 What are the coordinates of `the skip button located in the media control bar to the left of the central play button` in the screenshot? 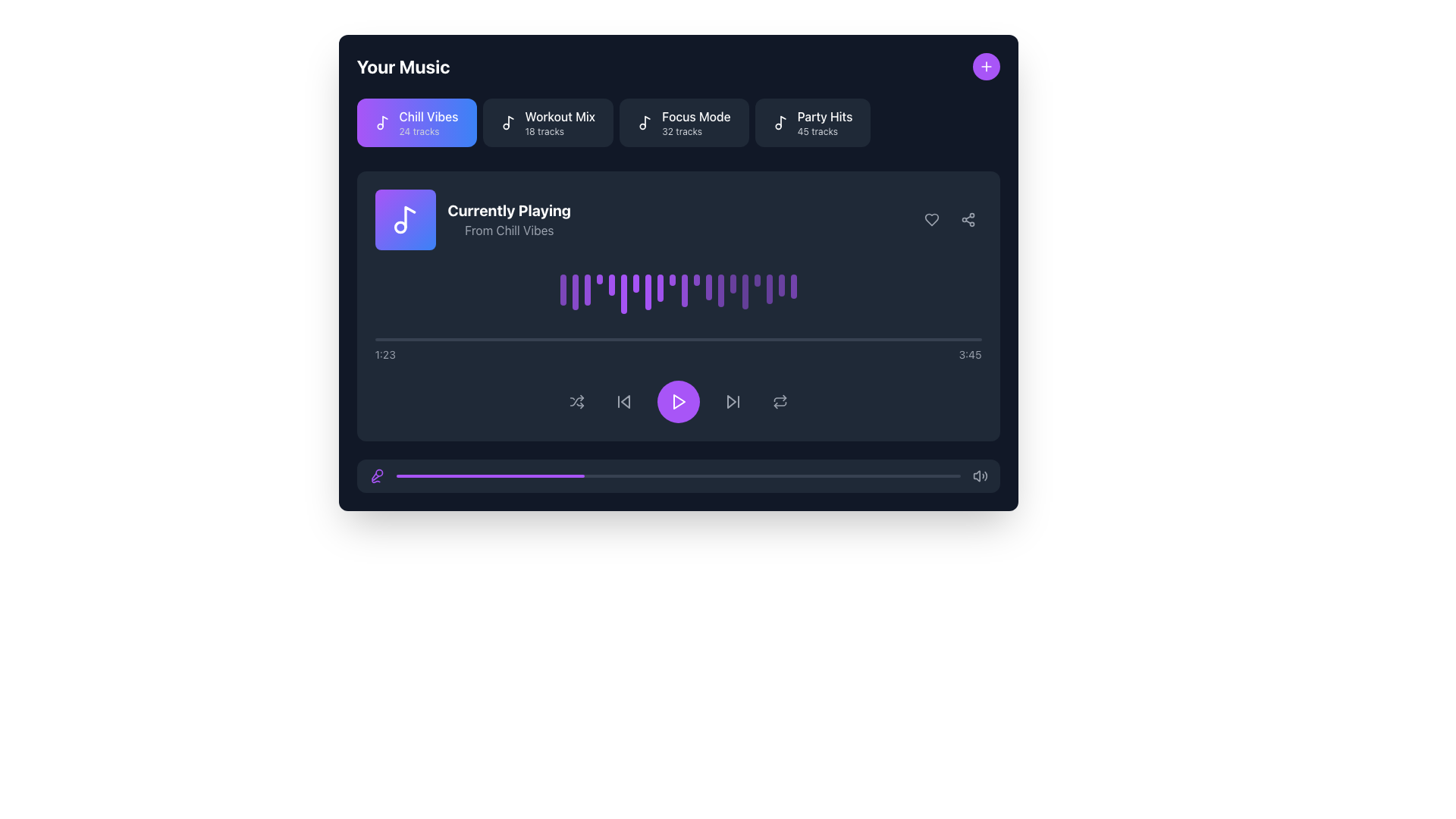 It's located at (625, 401).